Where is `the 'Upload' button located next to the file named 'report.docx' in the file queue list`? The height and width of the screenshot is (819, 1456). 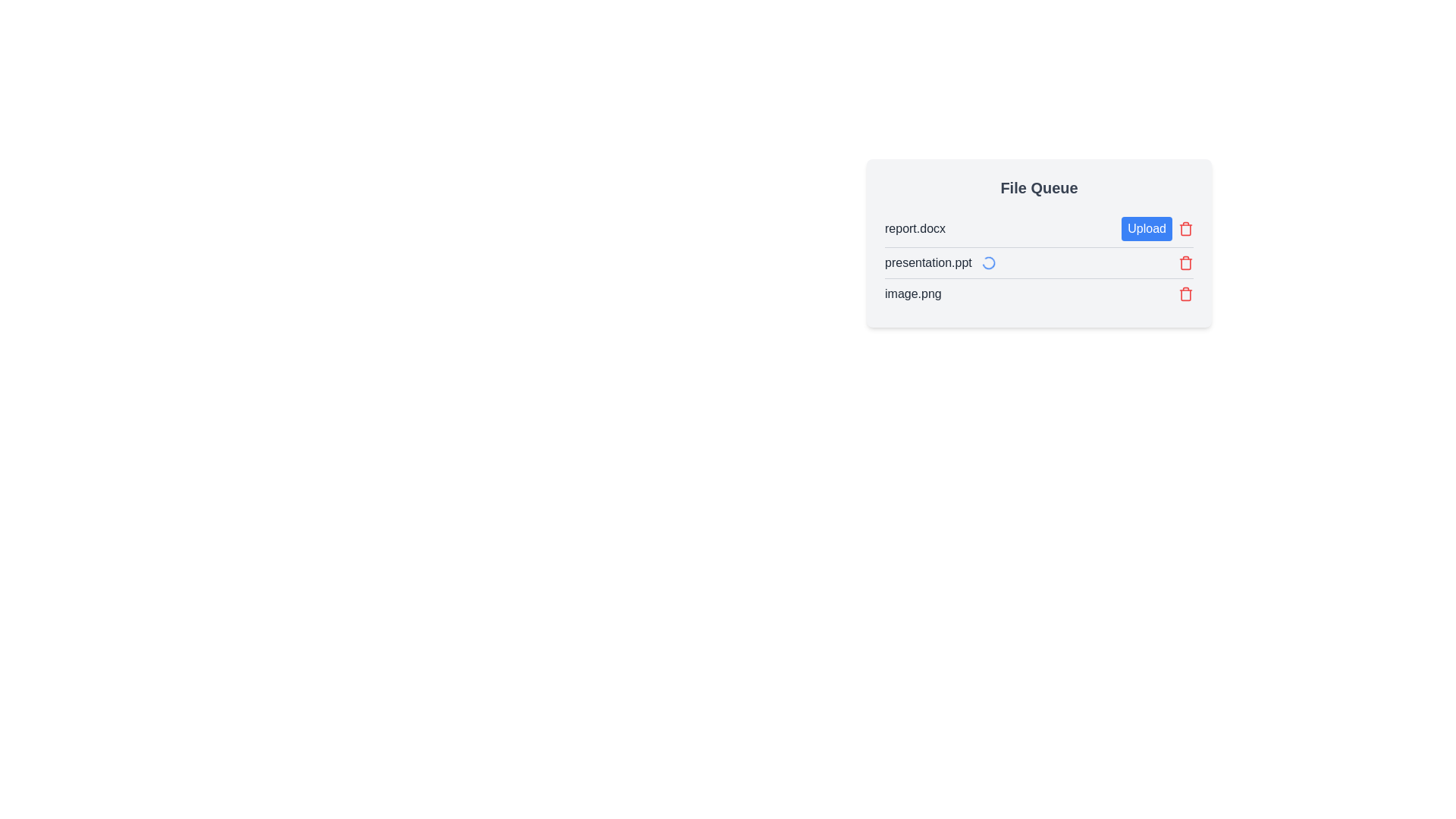
the 'Upload' button located next to the file named 'report.docx' in the file queue list is located at coordinates (1156, 228).